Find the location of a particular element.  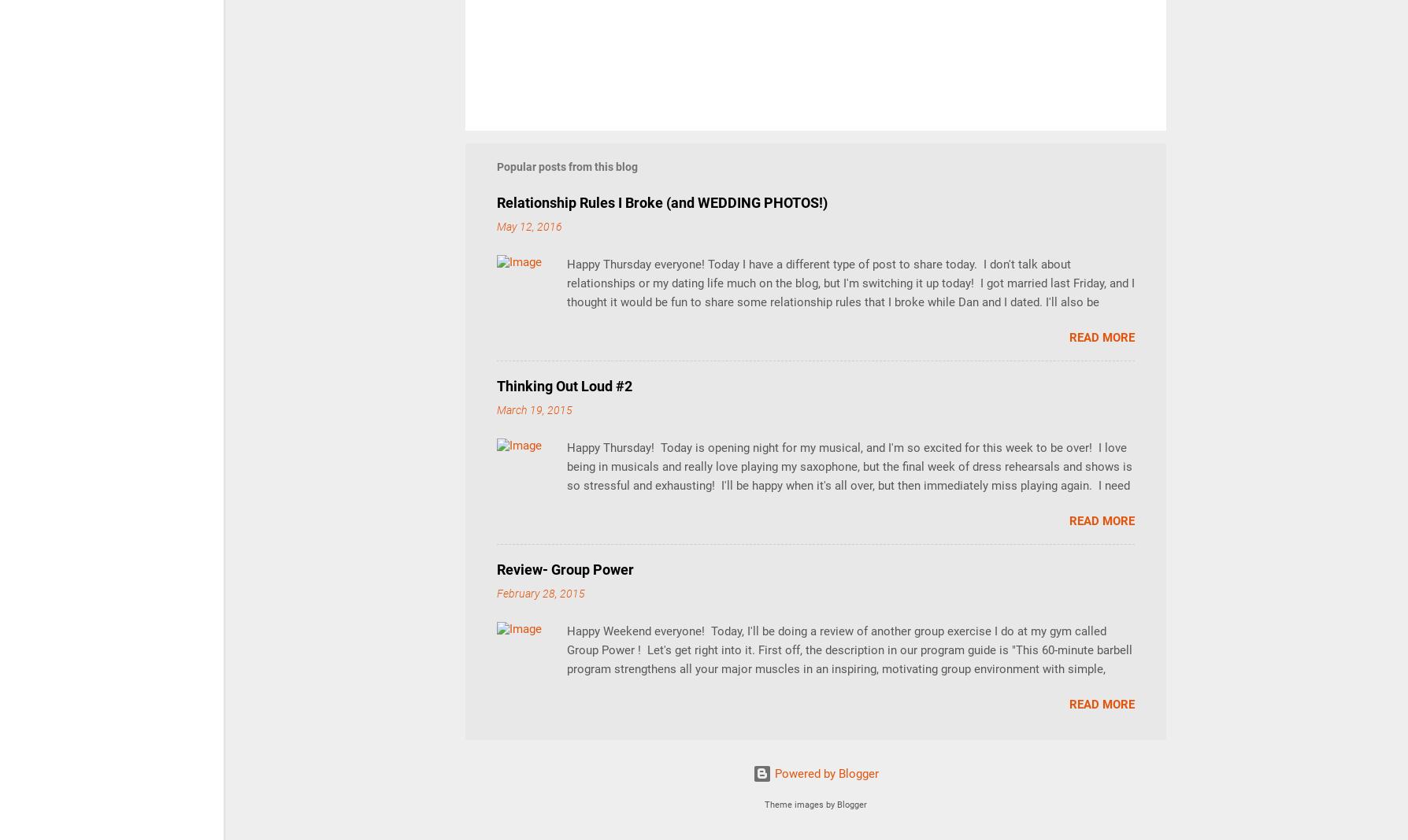

'Happy Weekend everyone!  Today, I'll be doing a review of another group exercise I do at my gym called Group Power !  Let's get right into it.   First off, the description in our program guide is "This 60-minute barbell program strengthens all your major muscles in an inspiring, motivating group environment with simple, athletic movements such as squats, lunges, presses and curls."     I don't exactly look like this when I'm curling..but you get the idea!    Let me tell you, this is one intense workout!  For the entire 60 minutes, we're constantly moving and lifting and by the end I'm a pool of sweat!  We work out all the major muscle groups - Legs, Chest, Triceps, Biceps, Glutes, Shoulders, and Core with light to moderate weights.  We also use a step to do exercises like chest presses and split squats.   For each song, we focus on one muscle group, and do a variety of exercises with lots of repetitions, set to the beat of the music.  The tempo of the' is located at coordinates (566, 706).